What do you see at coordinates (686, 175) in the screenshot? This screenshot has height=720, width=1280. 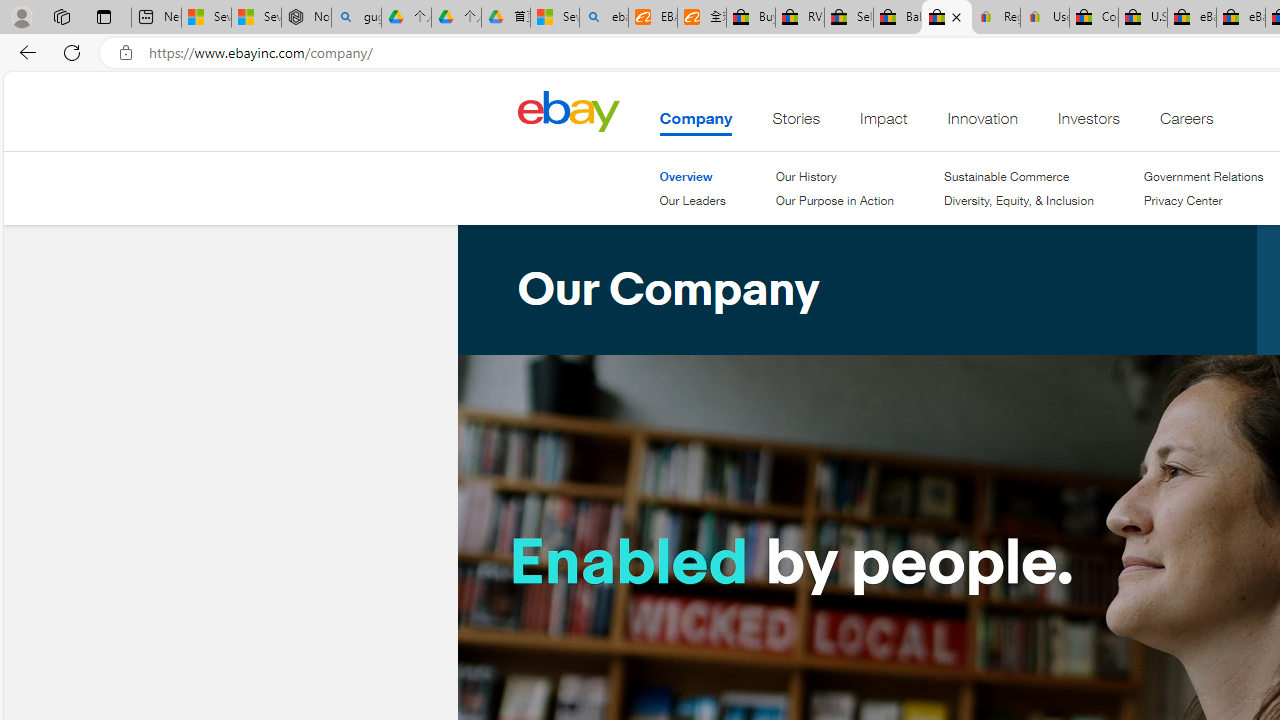 I see `'Overview'` at bounding box center [686, 175].